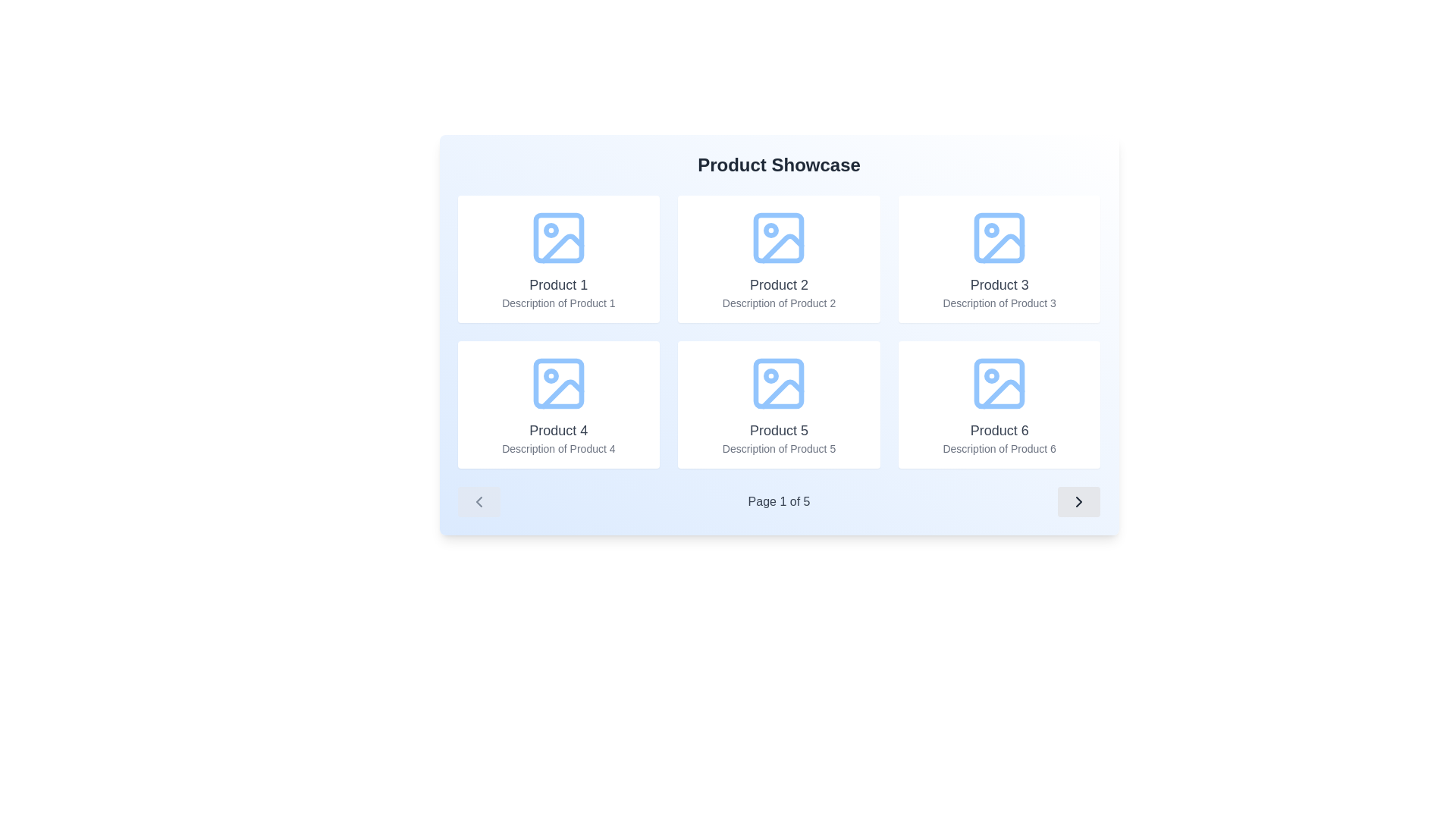 This screenshot has height=819, width=1456. Describe the element at coordinates (779, 237) in the screenshot. I see `the placeholder icon for Product 2, which is the second item in the top row of the 3x2 grid in the 'Product Showcase' section` at that location.